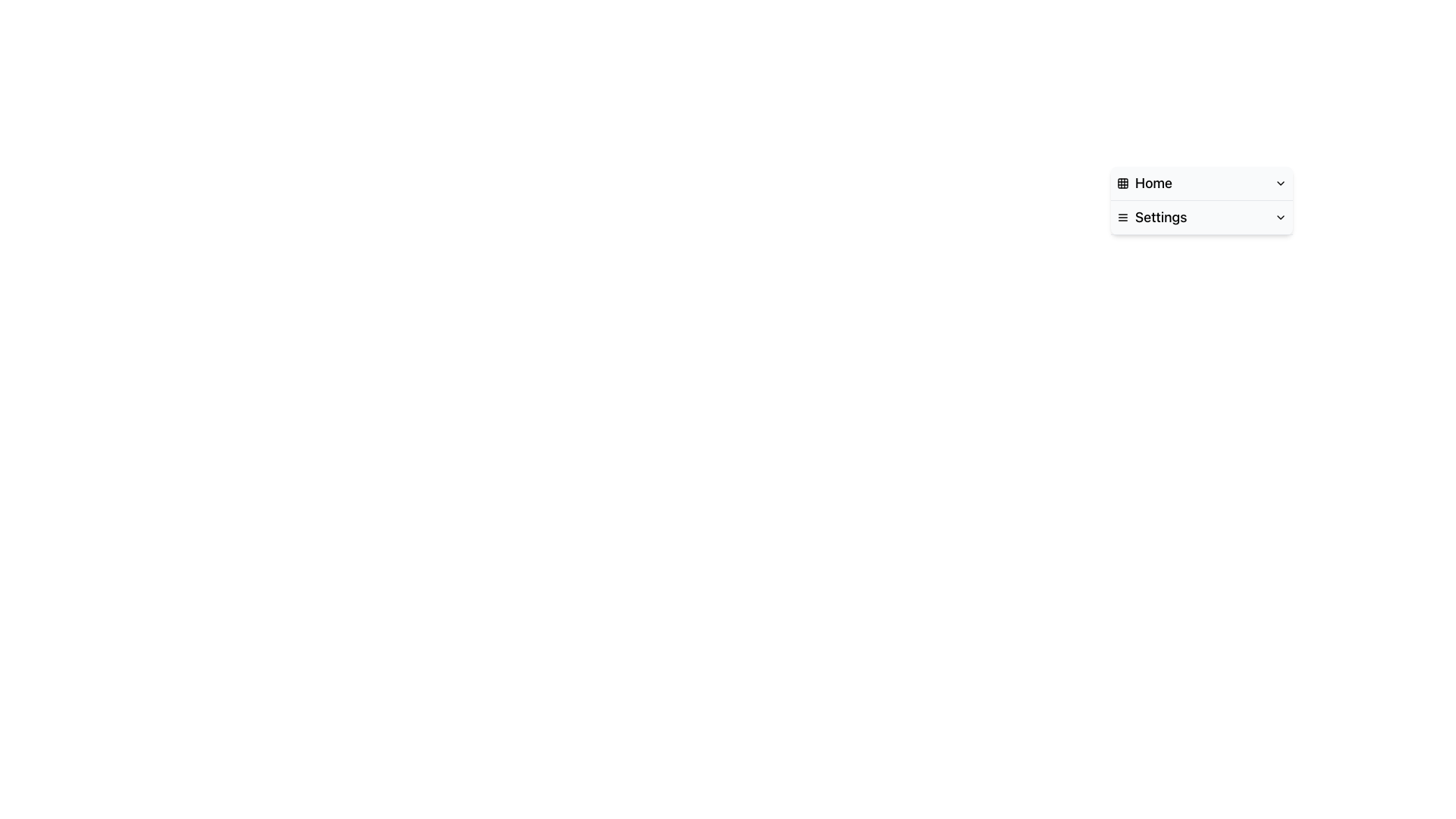 This screenshot has width=1456, height=819. I want to click on the topmost menu item in the vertical list, so click(1200, 183).